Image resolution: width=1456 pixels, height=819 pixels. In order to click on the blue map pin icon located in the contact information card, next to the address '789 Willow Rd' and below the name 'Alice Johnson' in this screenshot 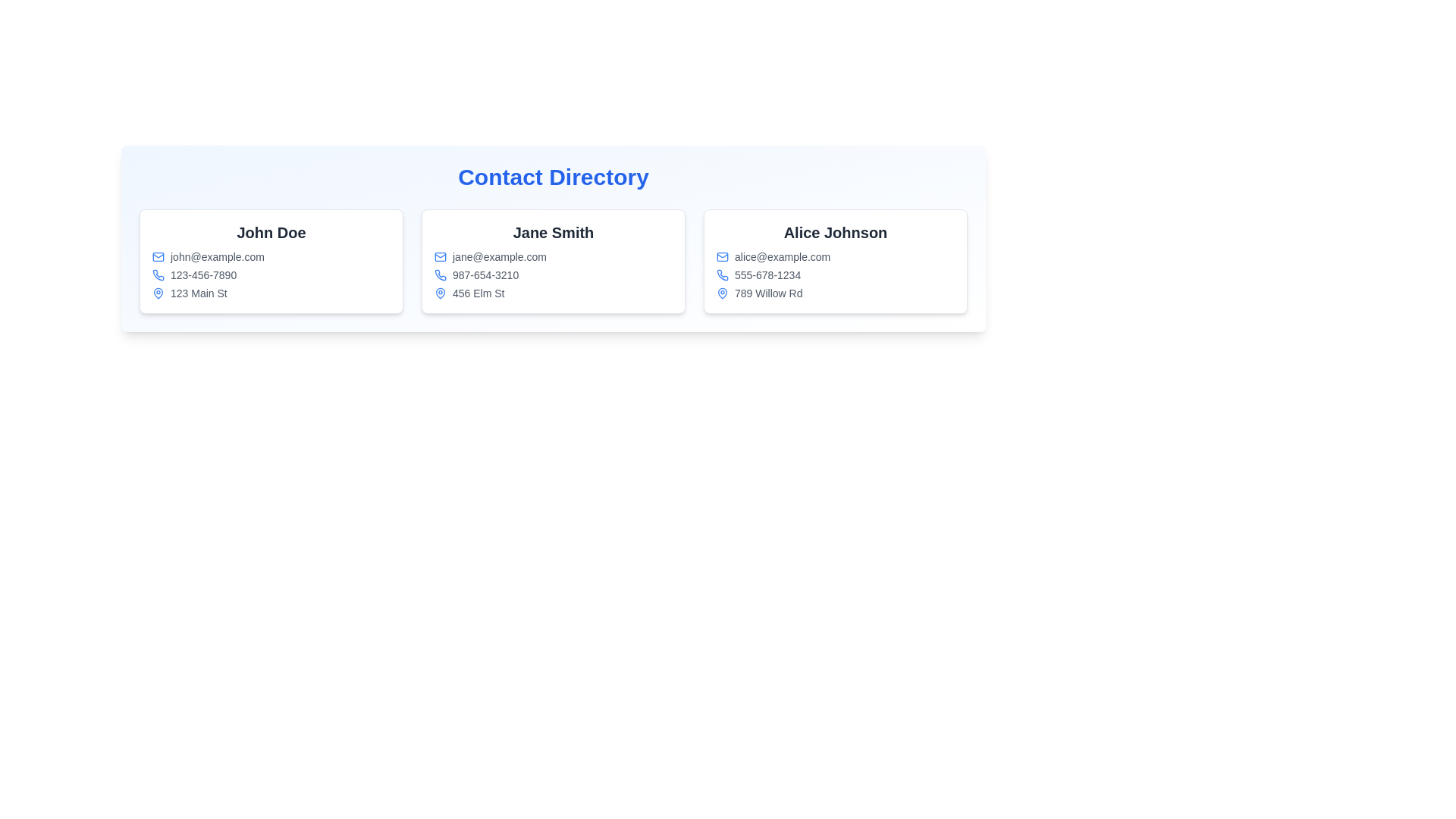, I will do `click(722, 293)`.